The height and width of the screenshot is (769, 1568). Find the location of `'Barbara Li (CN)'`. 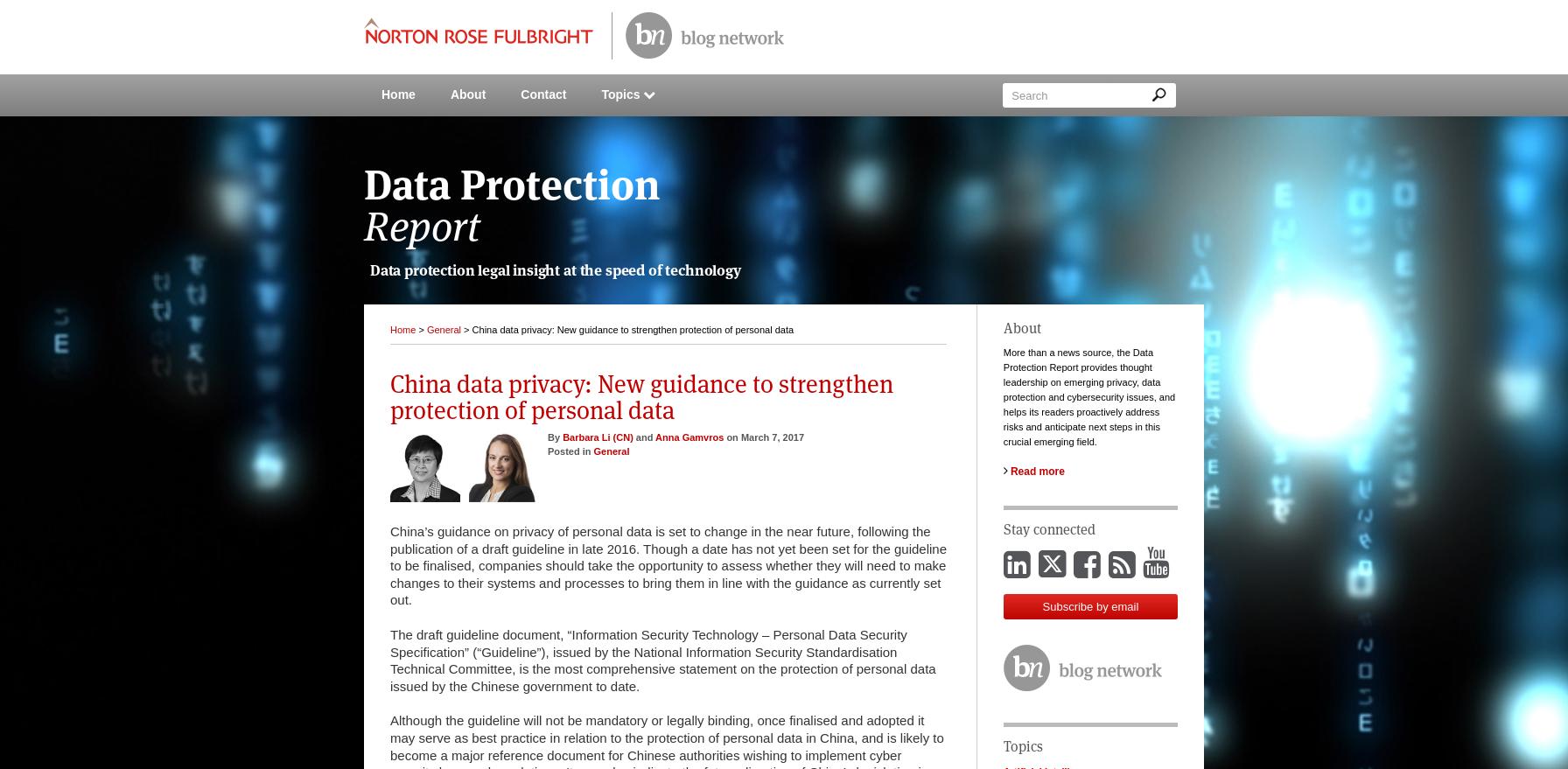

'Barbara Li (CN)' is located at coordinates (597, 436).